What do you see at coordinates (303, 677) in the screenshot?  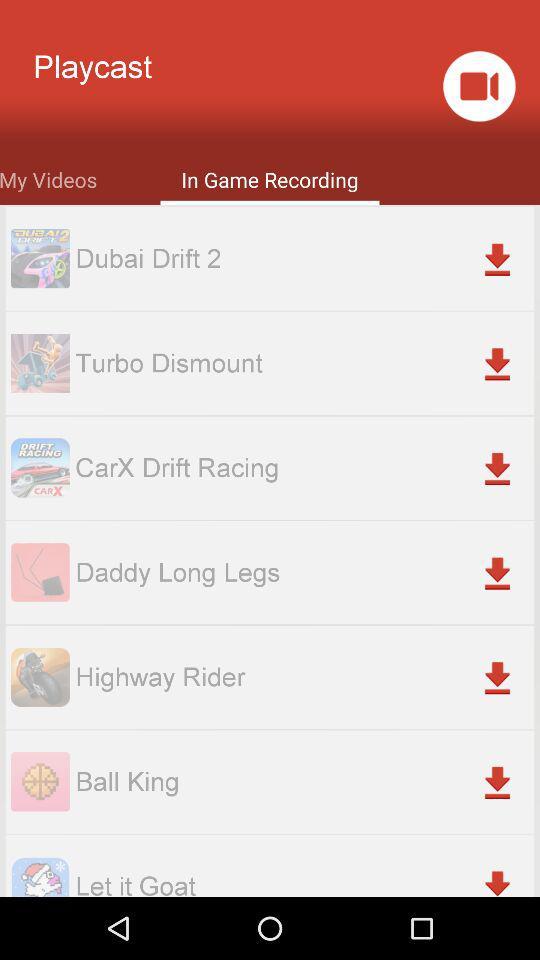 I see `highway rider icon` at bounding box center [303, 677].